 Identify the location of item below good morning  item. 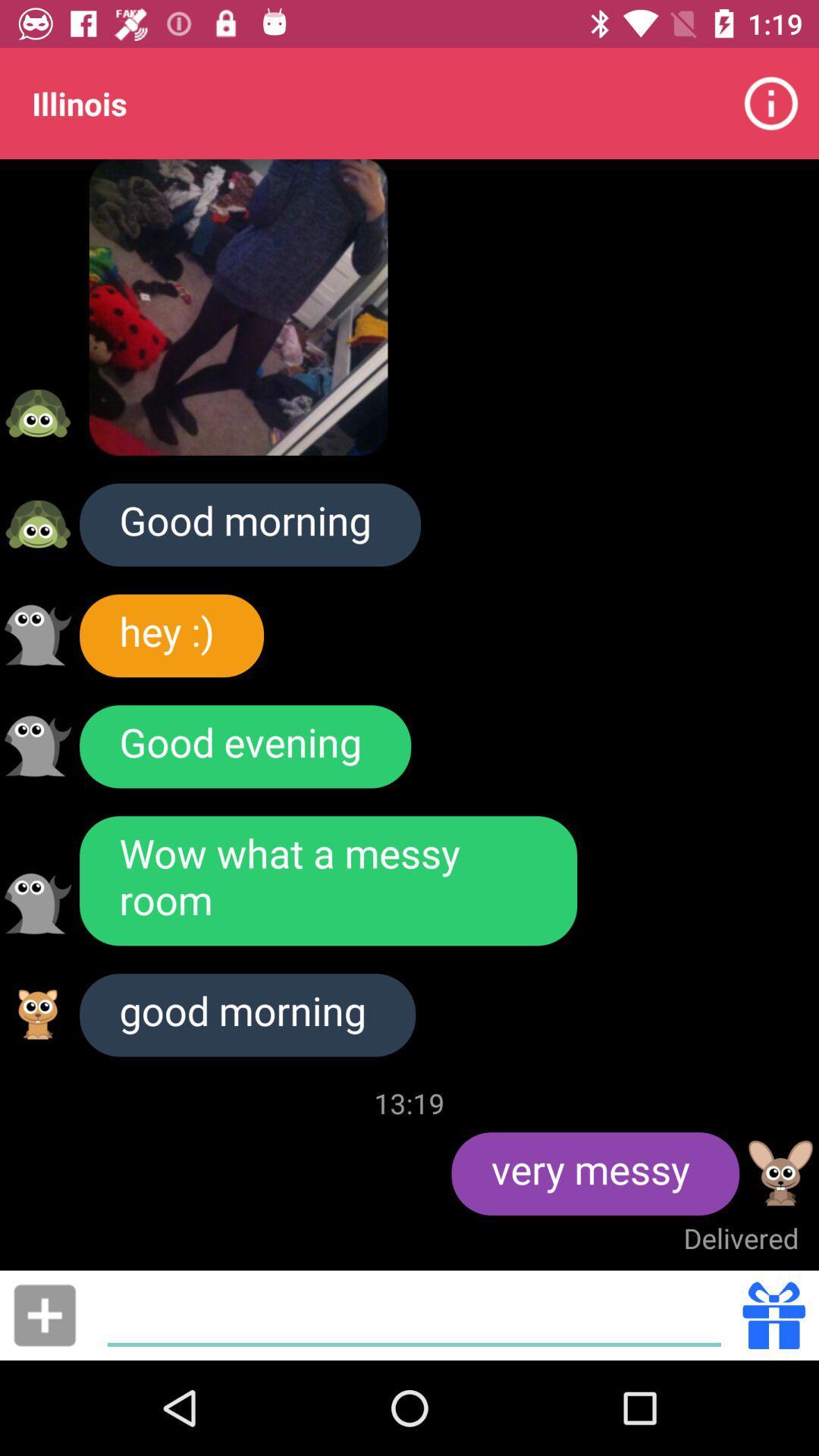
(44, 1314).